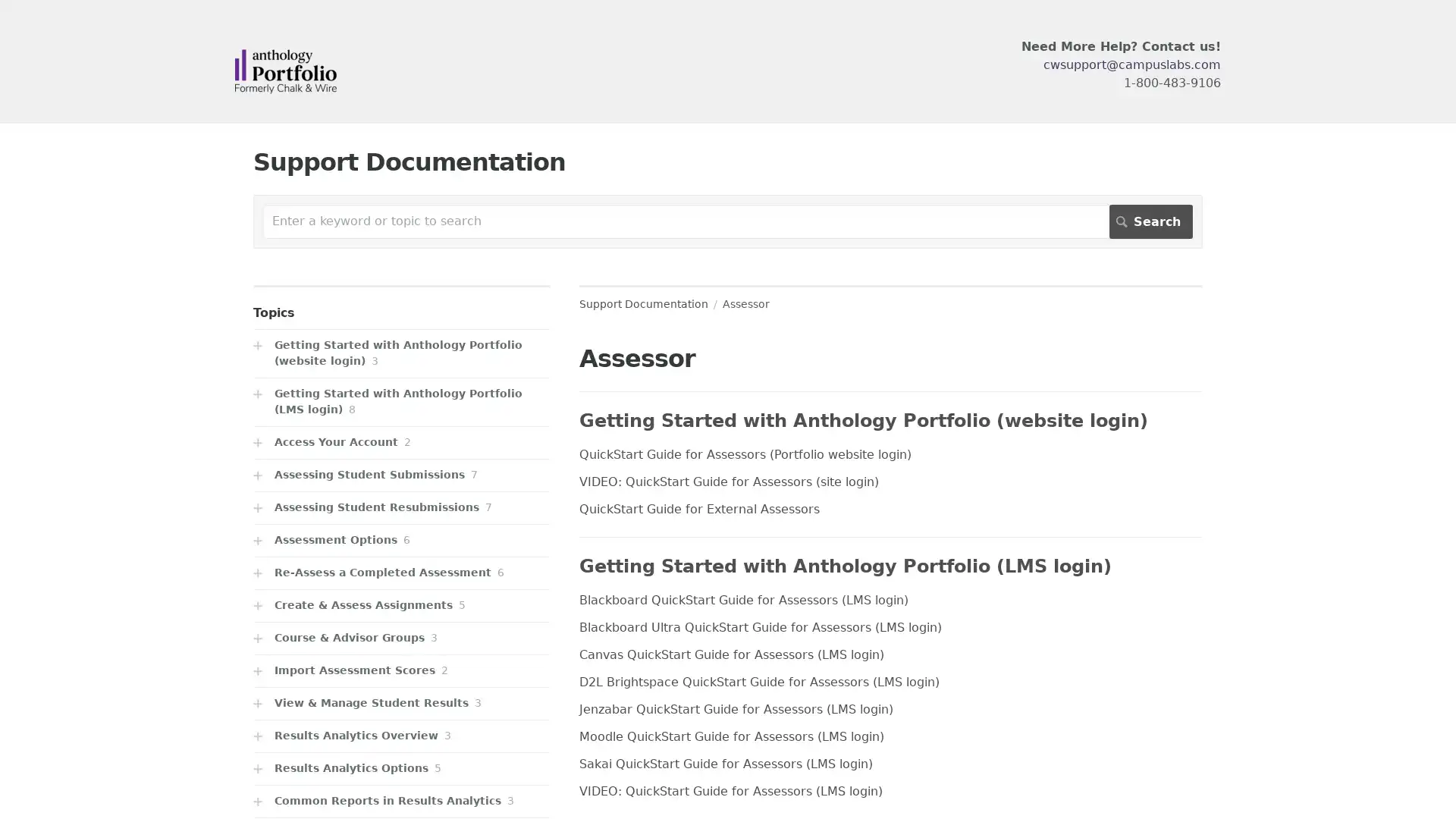 This screenshot has height=819, width=1456. What do you see at coordinates (401, 638) in the screenshot?
I see `Course & Advisor Groups 3` at bounding box center [401, 638].